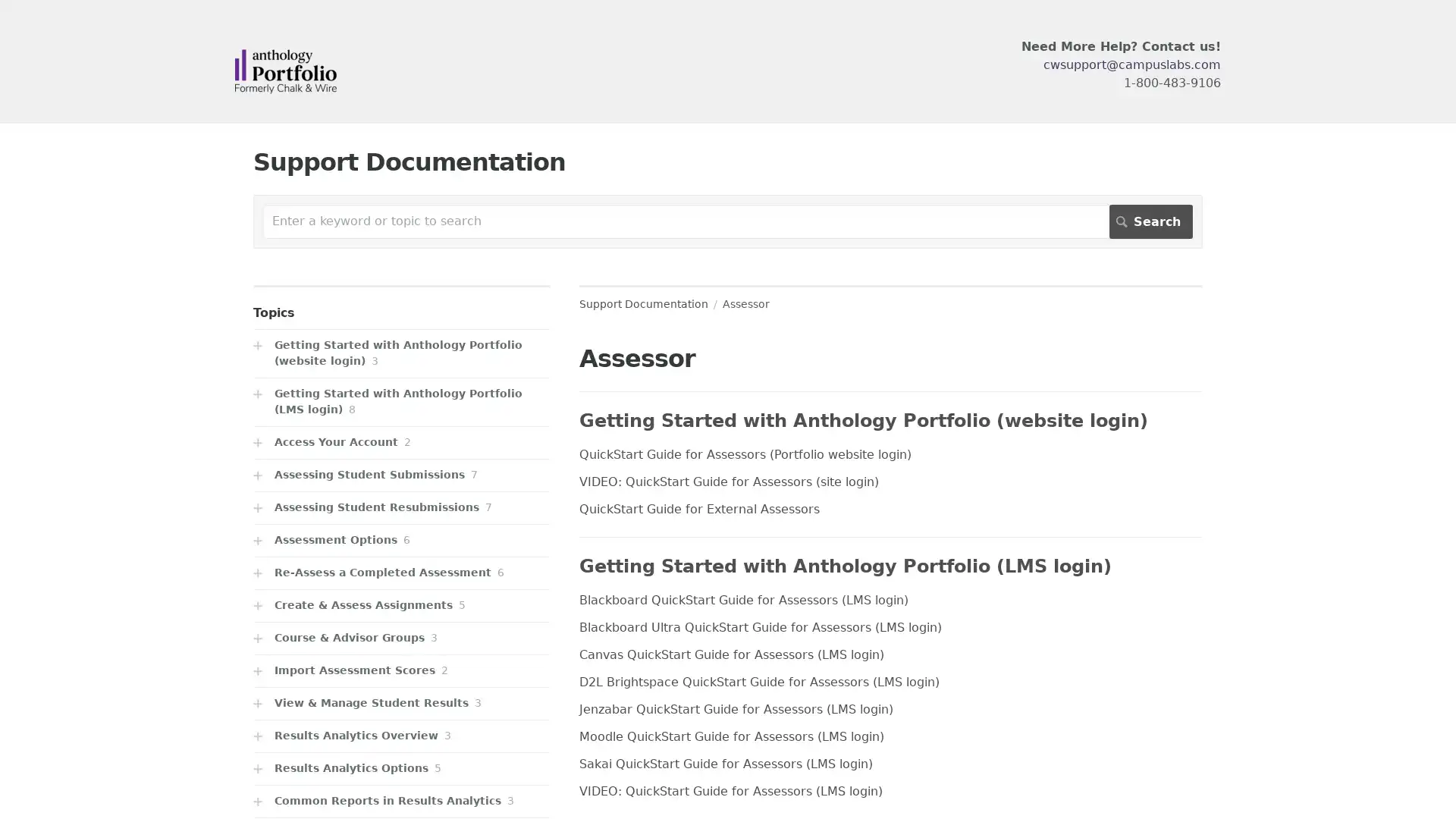 This screenshot has height=819, width=1456. What do you see at coordinates (401, 638) in the screenshot?
I see `Course & Advisor Groups 3` at bounding box center [401, 638].